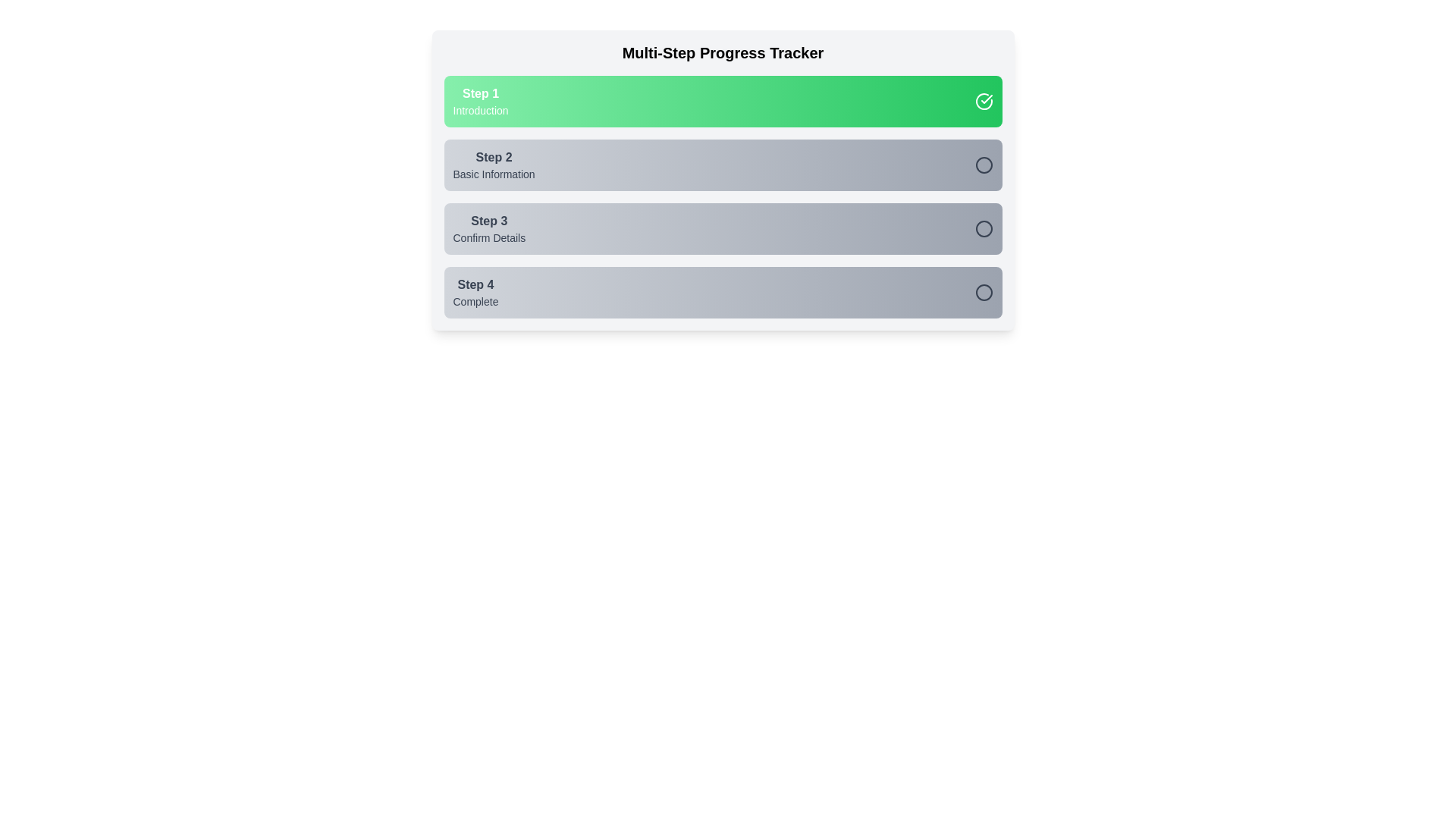 The image size is (1456, 819). Describe the element at coordinates (494, 174) in the screenshot. I see `the text label that describes 'Step 2' in the multi-step progress tracker, which is located immediately below the 'Step 2' text` at that location.